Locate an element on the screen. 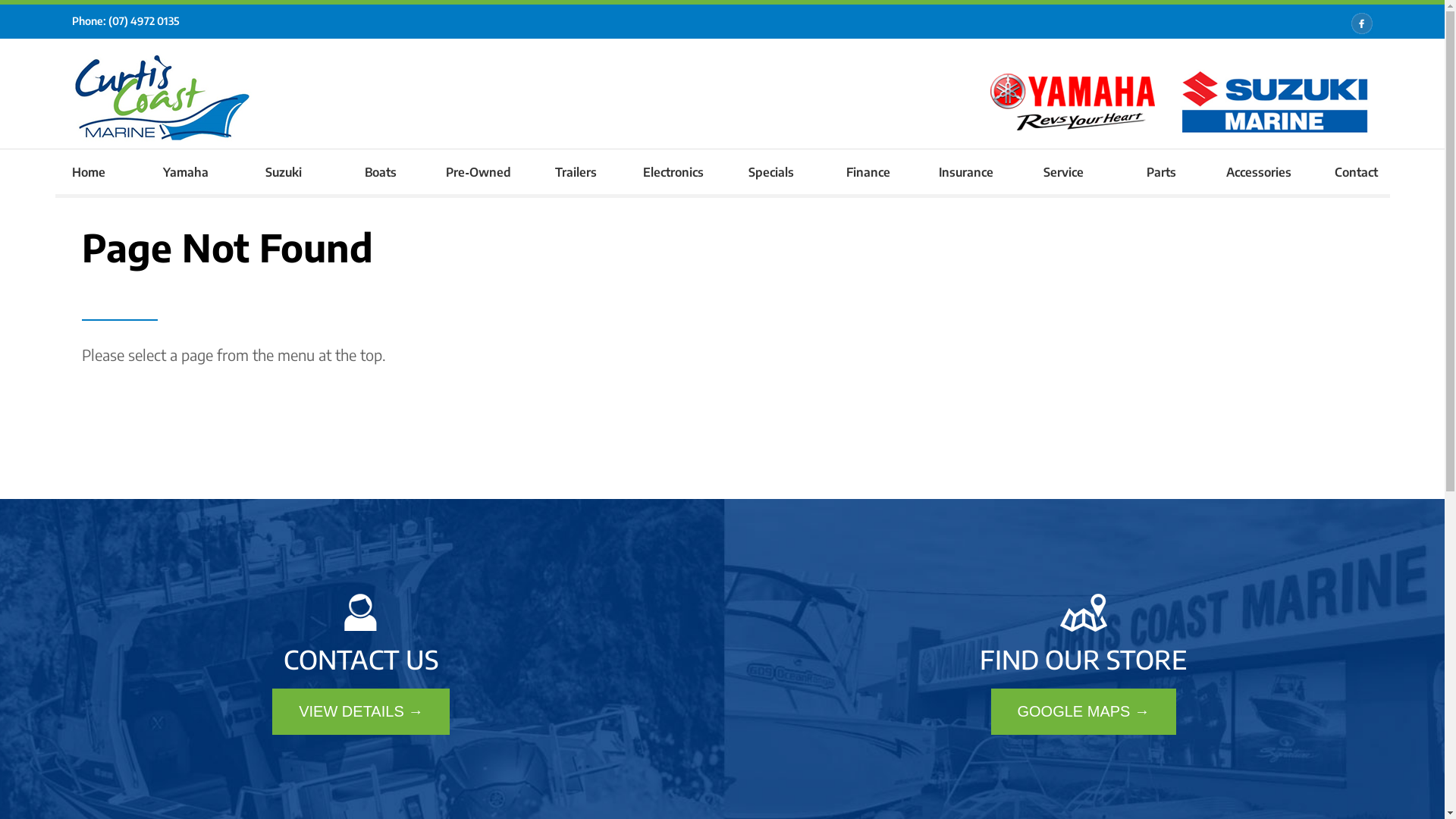  'Boats' is located at coordinates (381, 171).